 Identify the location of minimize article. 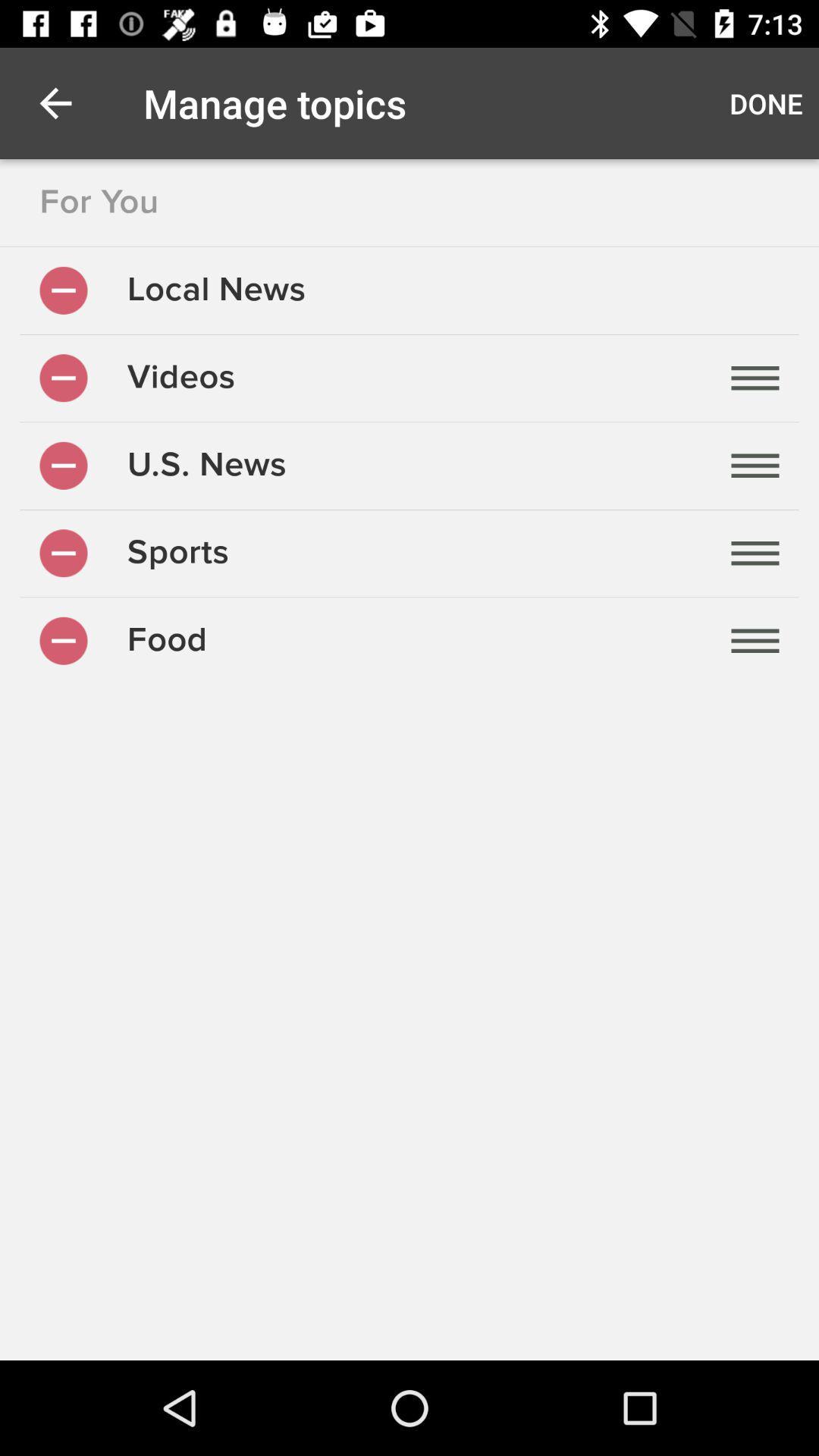
(63, 290).